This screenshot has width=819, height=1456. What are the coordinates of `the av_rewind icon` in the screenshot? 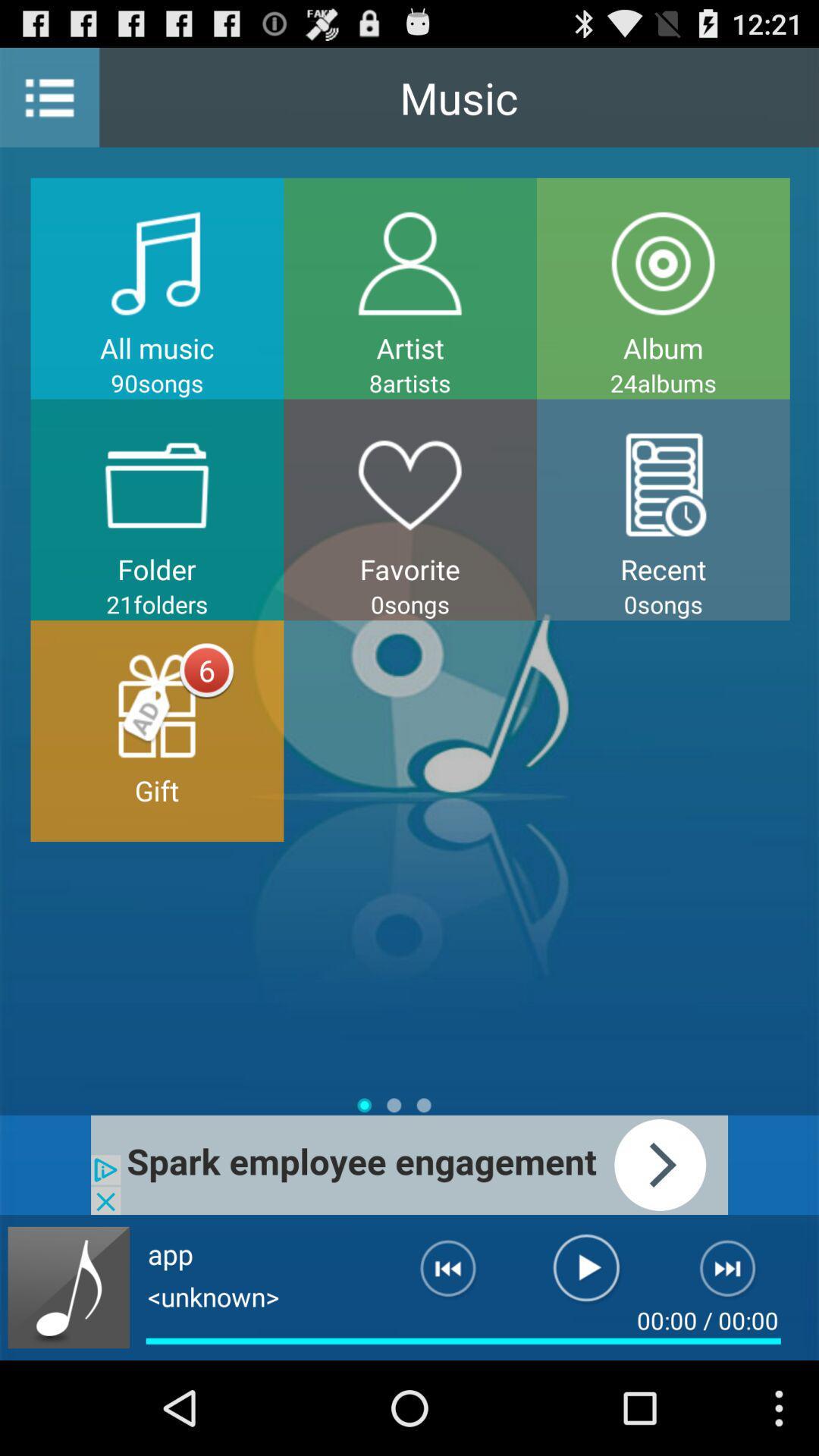 It's located at (436, 1364).